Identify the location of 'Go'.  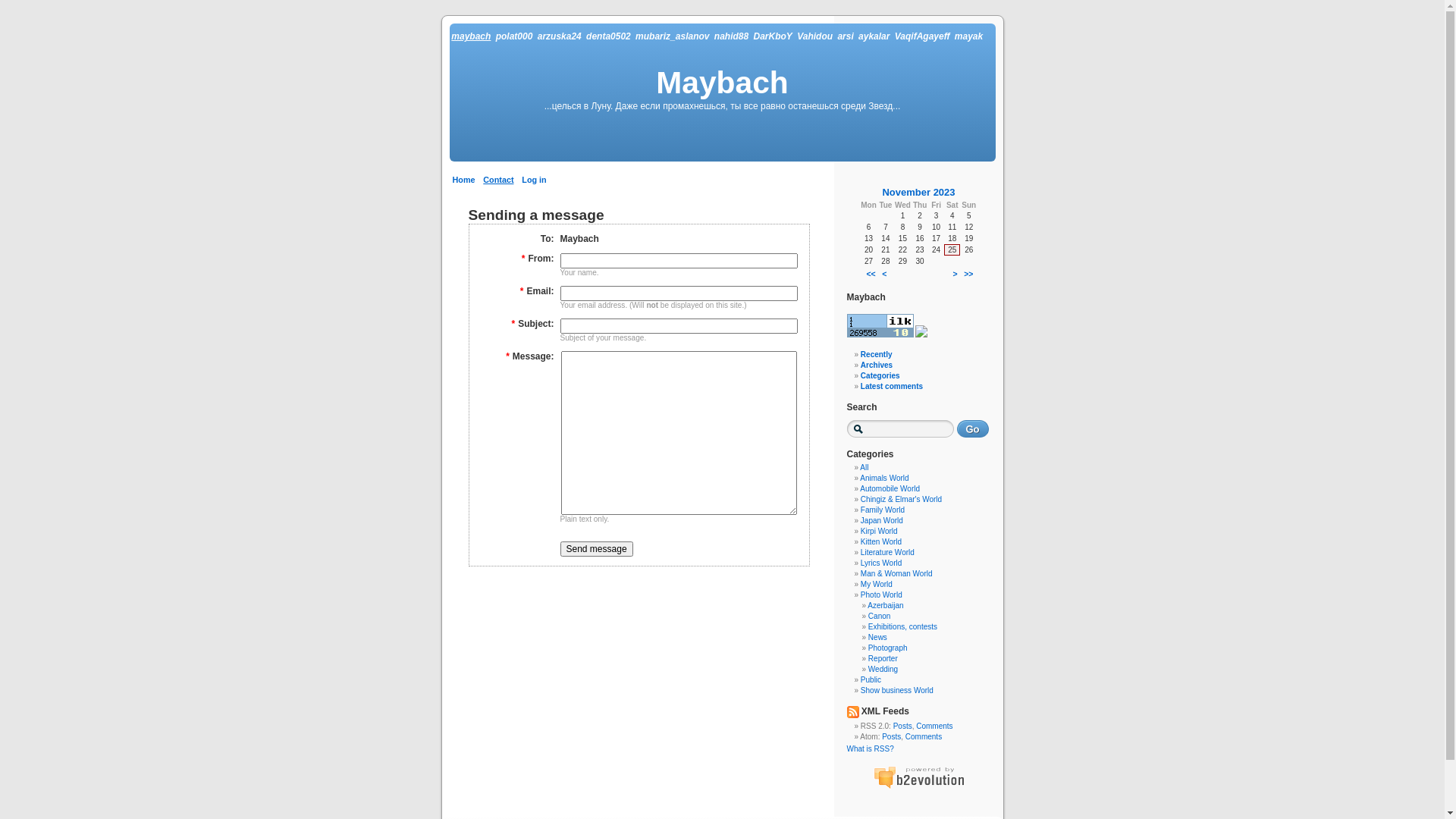
(972, 429).